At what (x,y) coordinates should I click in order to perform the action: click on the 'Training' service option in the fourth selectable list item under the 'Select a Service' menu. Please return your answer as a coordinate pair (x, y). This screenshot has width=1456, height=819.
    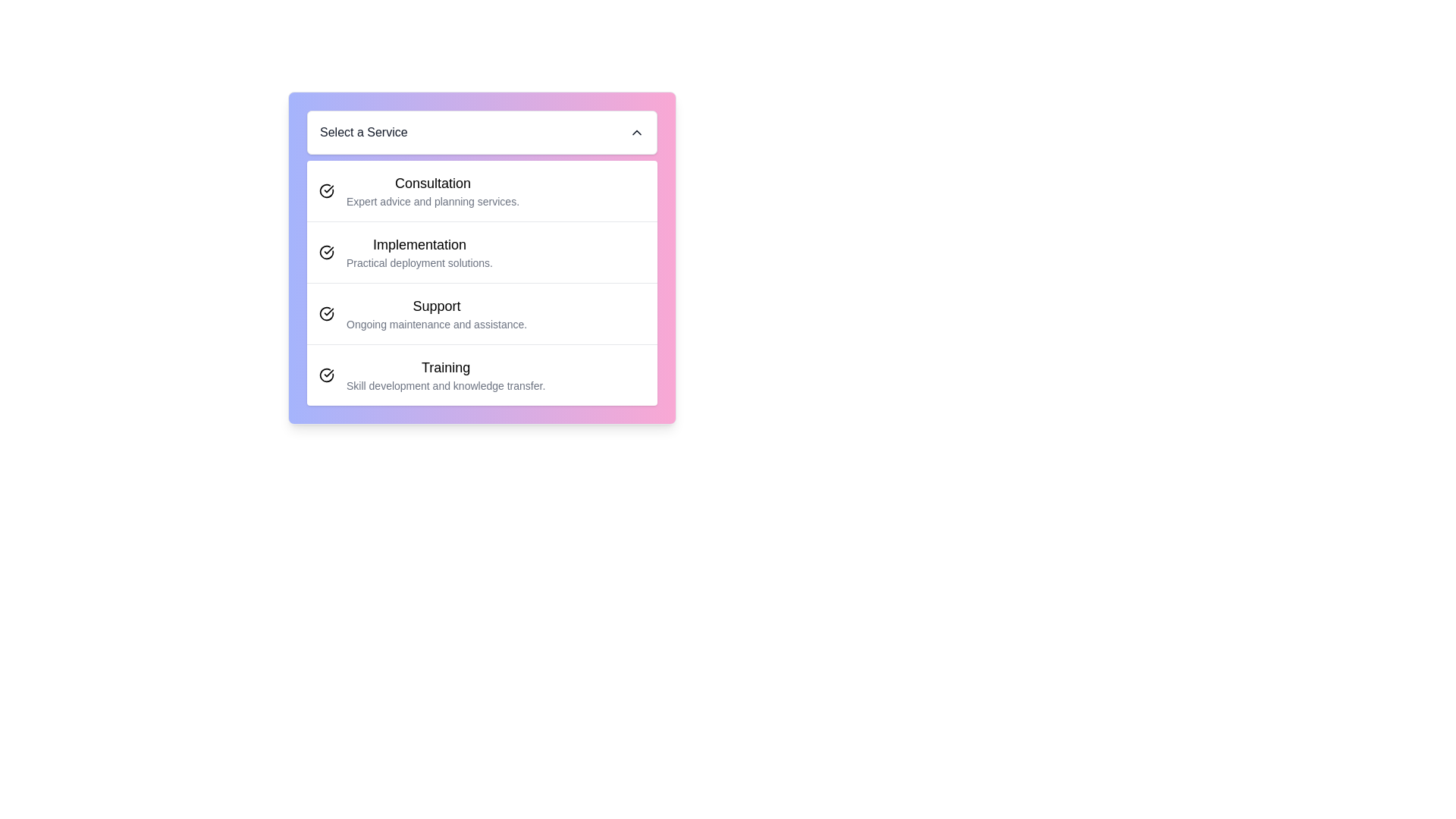
    Looking at the image, I should click on (445, 375).